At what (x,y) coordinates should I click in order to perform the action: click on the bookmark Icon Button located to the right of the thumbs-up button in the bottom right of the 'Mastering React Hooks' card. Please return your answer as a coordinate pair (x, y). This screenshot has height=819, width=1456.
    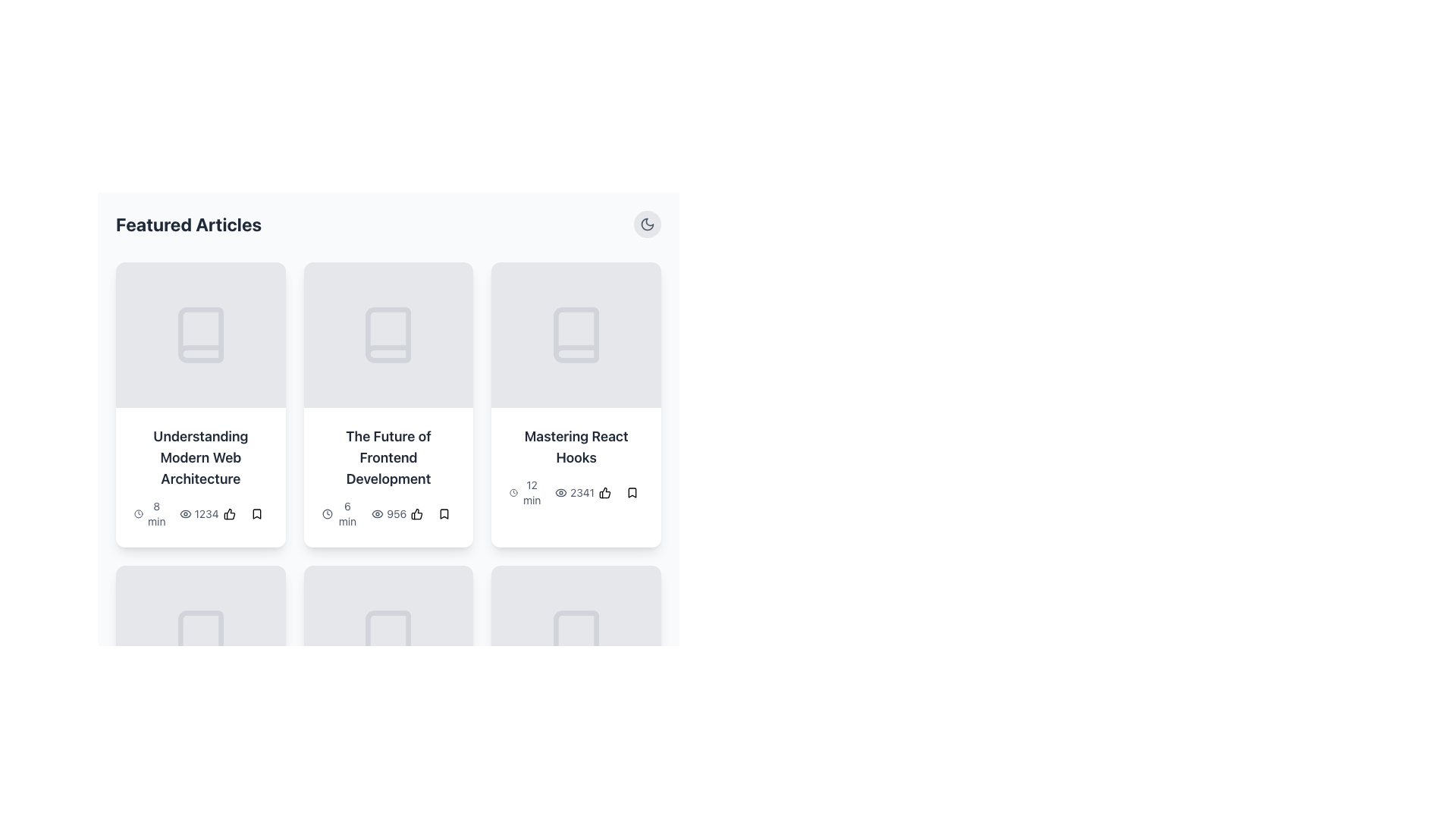
    Looking at the image, I should click on (632, 493).